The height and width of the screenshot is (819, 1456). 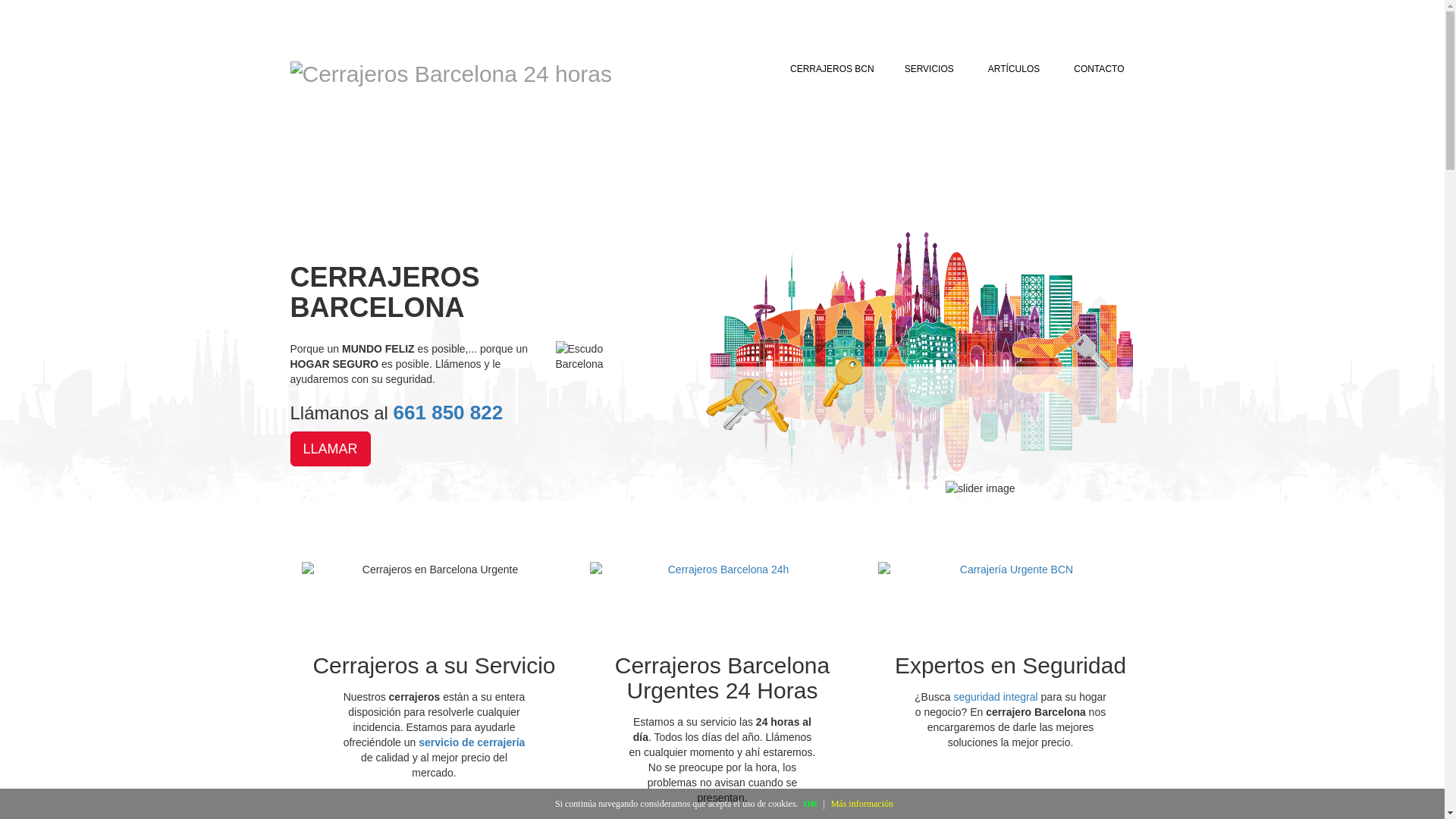 What do you see at coordinates (1099, 69) in the screenshot?
I see `'CONTACTO'` at bounding box center [1099, 69].